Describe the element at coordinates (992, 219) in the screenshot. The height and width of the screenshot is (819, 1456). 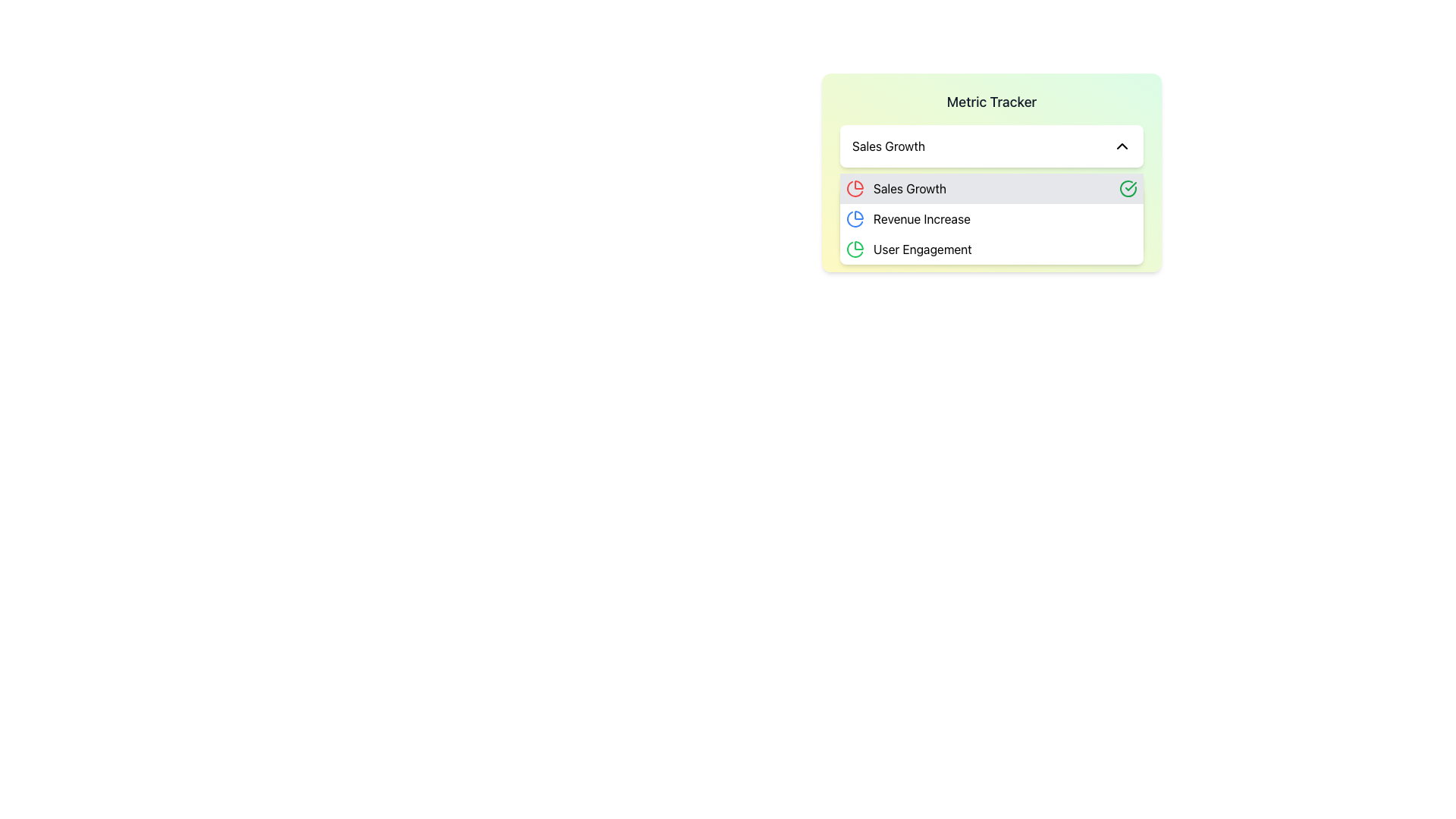
I see `the 'Revenue Increase' dropdown menu item, which is the second option in the dropdown list located under the 'Metric Tracker' title` at that location.